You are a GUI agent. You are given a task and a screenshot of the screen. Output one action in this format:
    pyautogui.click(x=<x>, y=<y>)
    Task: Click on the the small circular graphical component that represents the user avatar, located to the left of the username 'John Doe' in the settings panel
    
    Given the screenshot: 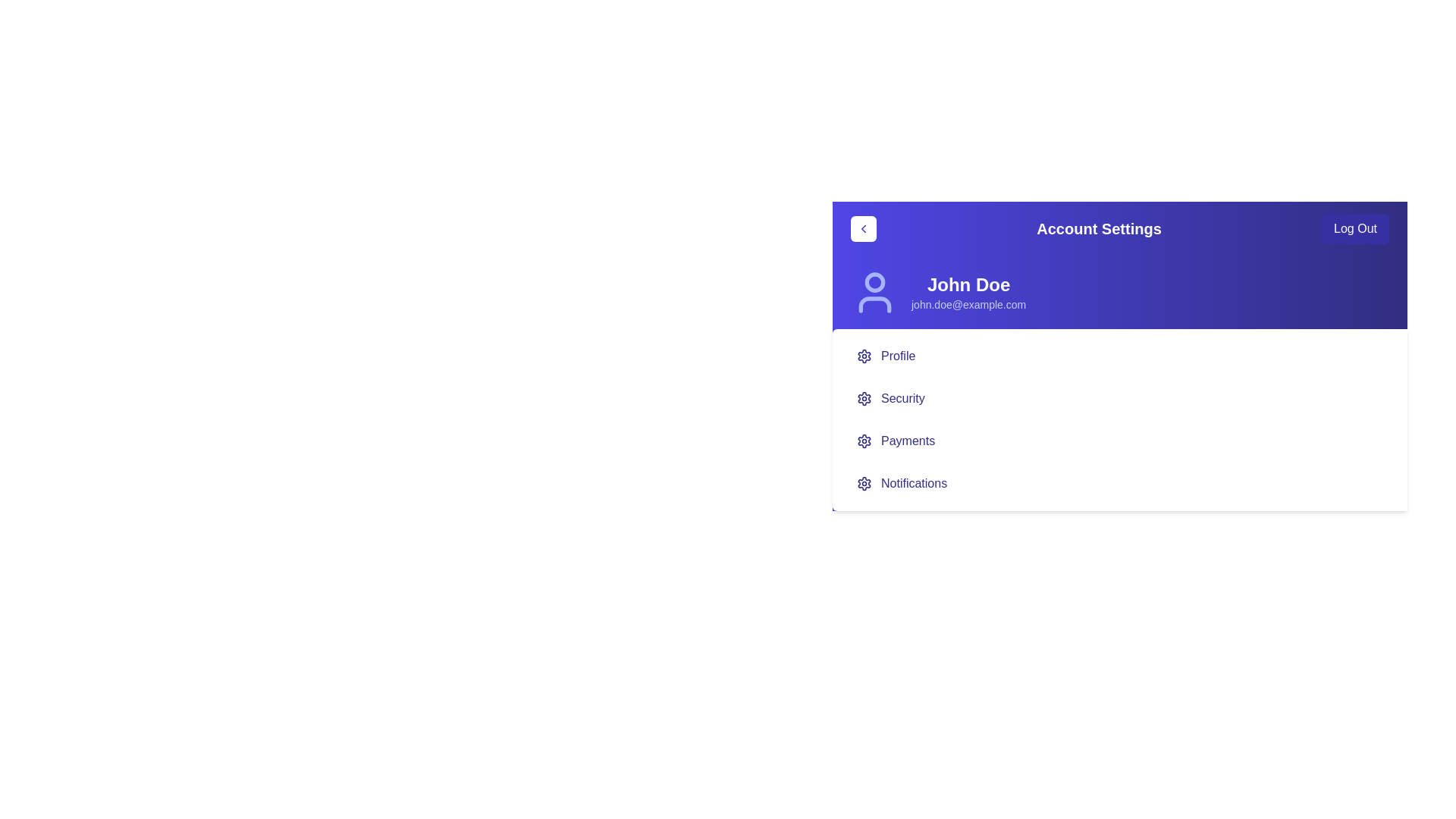 What is the action you would take?
    pyautogui.click(x=874, y=281)
    